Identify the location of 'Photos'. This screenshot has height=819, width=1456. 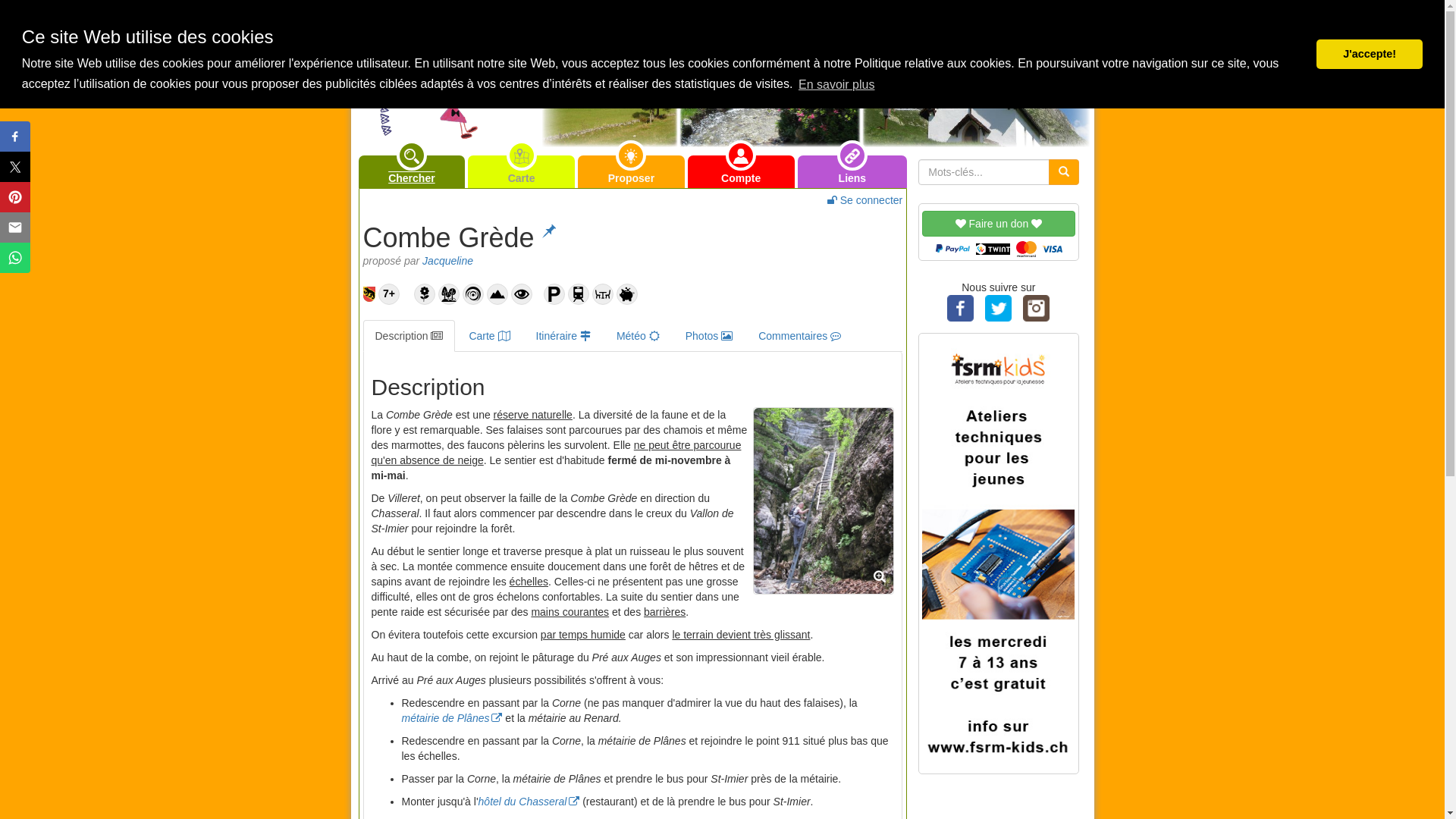
(708, 335).